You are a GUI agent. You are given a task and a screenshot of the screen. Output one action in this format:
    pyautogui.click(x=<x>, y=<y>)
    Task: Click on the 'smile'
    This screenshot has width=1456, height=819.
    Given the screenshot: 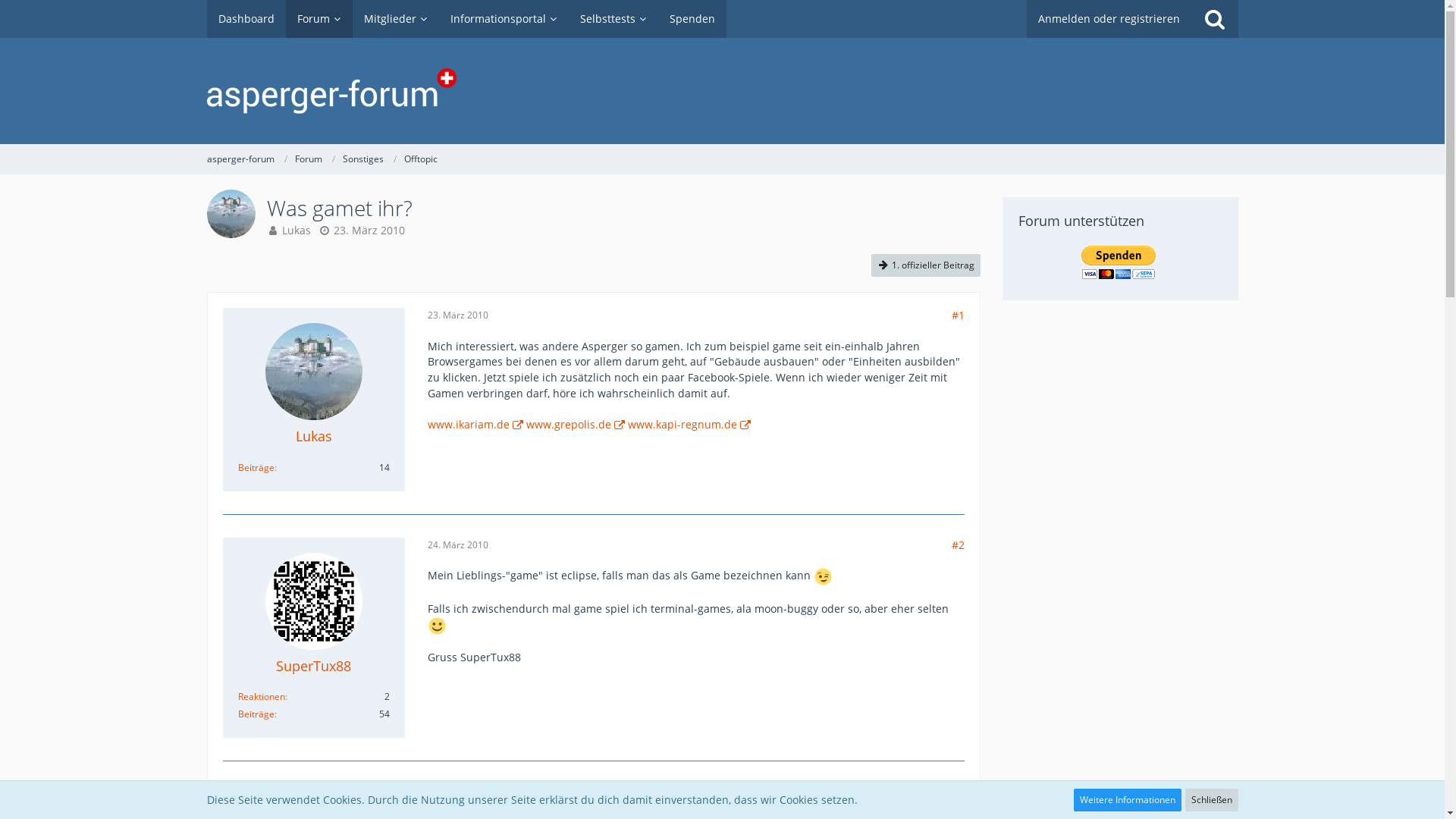 What is the action you would take?
    pyautogui.click(x=435, y=626)
    